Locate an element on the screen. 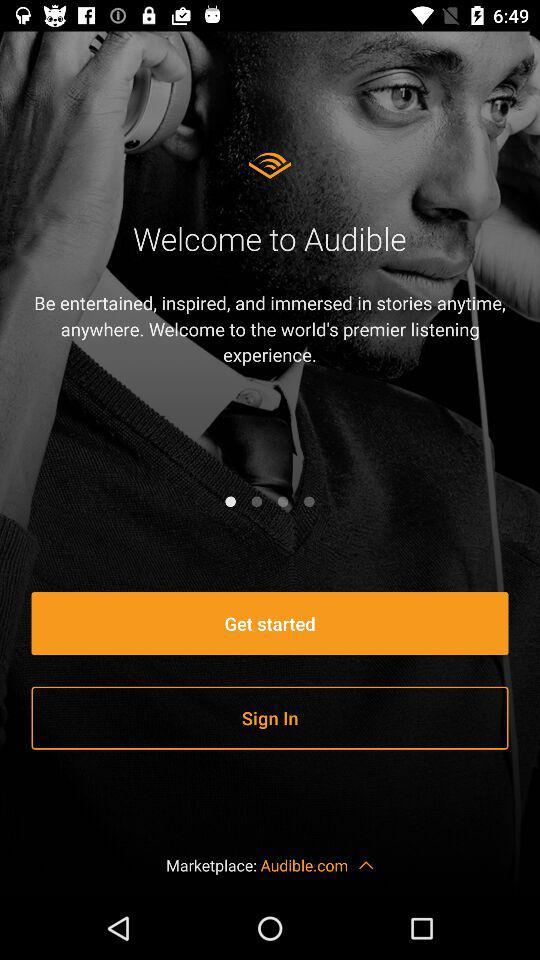  right swipe is located at coordinates (256, 500).